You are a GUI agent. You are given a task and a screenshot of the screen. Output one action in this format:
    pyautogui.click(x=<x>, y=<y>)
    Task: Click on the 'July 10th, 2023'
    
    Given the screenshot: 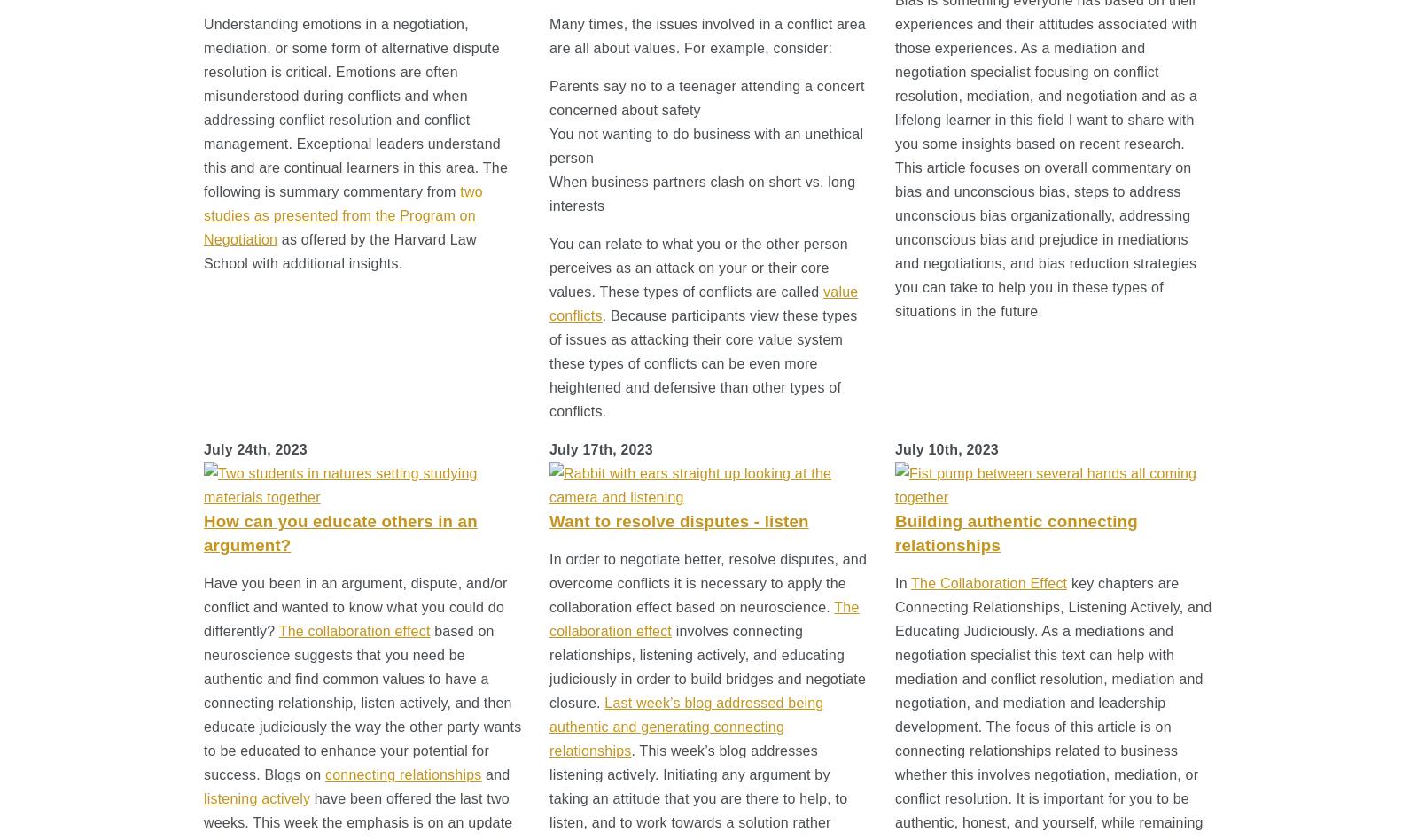 What is the action you would take?
    pyautogui.click(x=894, y=449)
    